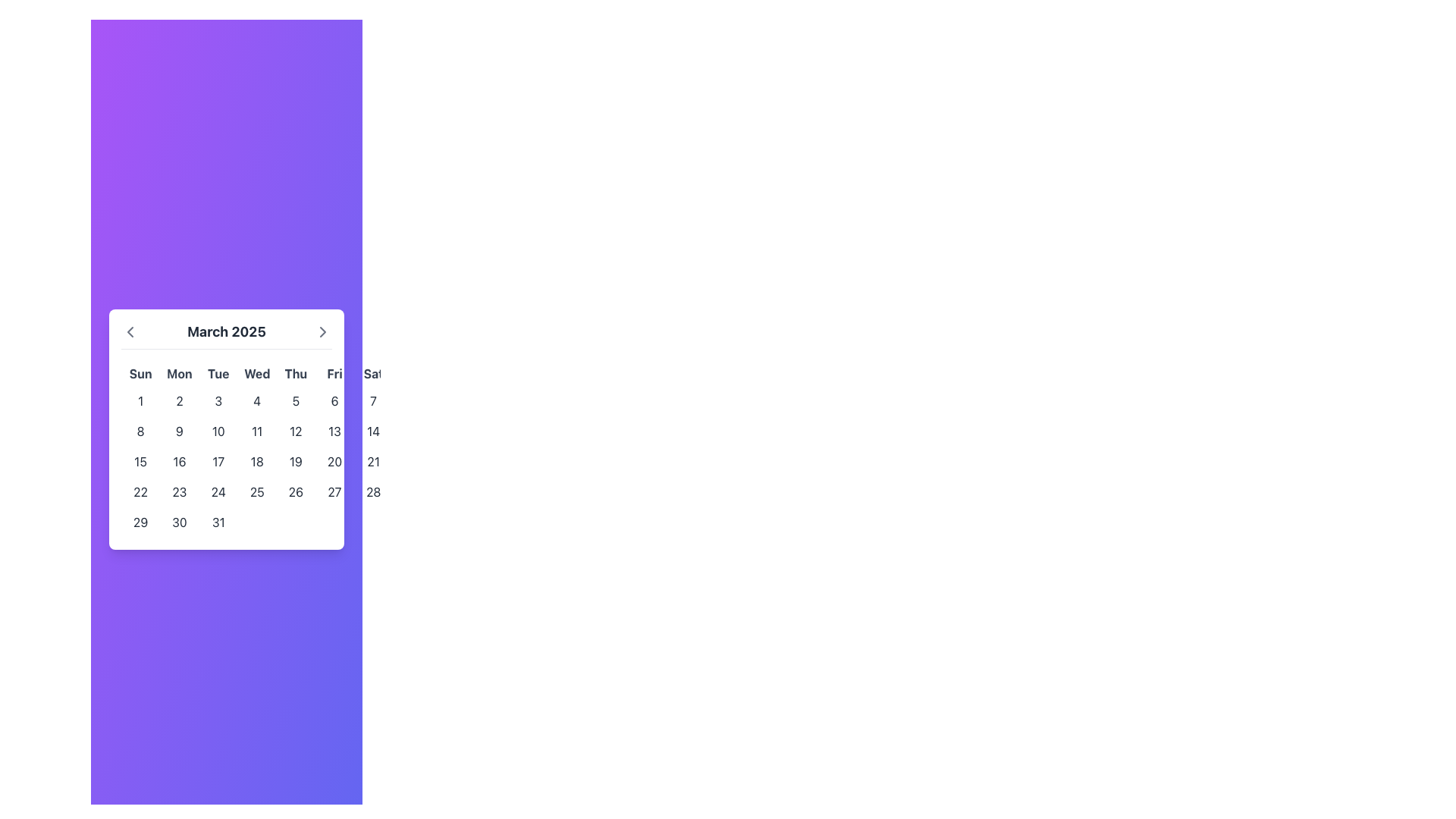 The width and height of the screenshot is (1456, 819). I want to click on the button displaying the number '6' which represents the date in the calendar grid for March 2025, so click(334, 400).